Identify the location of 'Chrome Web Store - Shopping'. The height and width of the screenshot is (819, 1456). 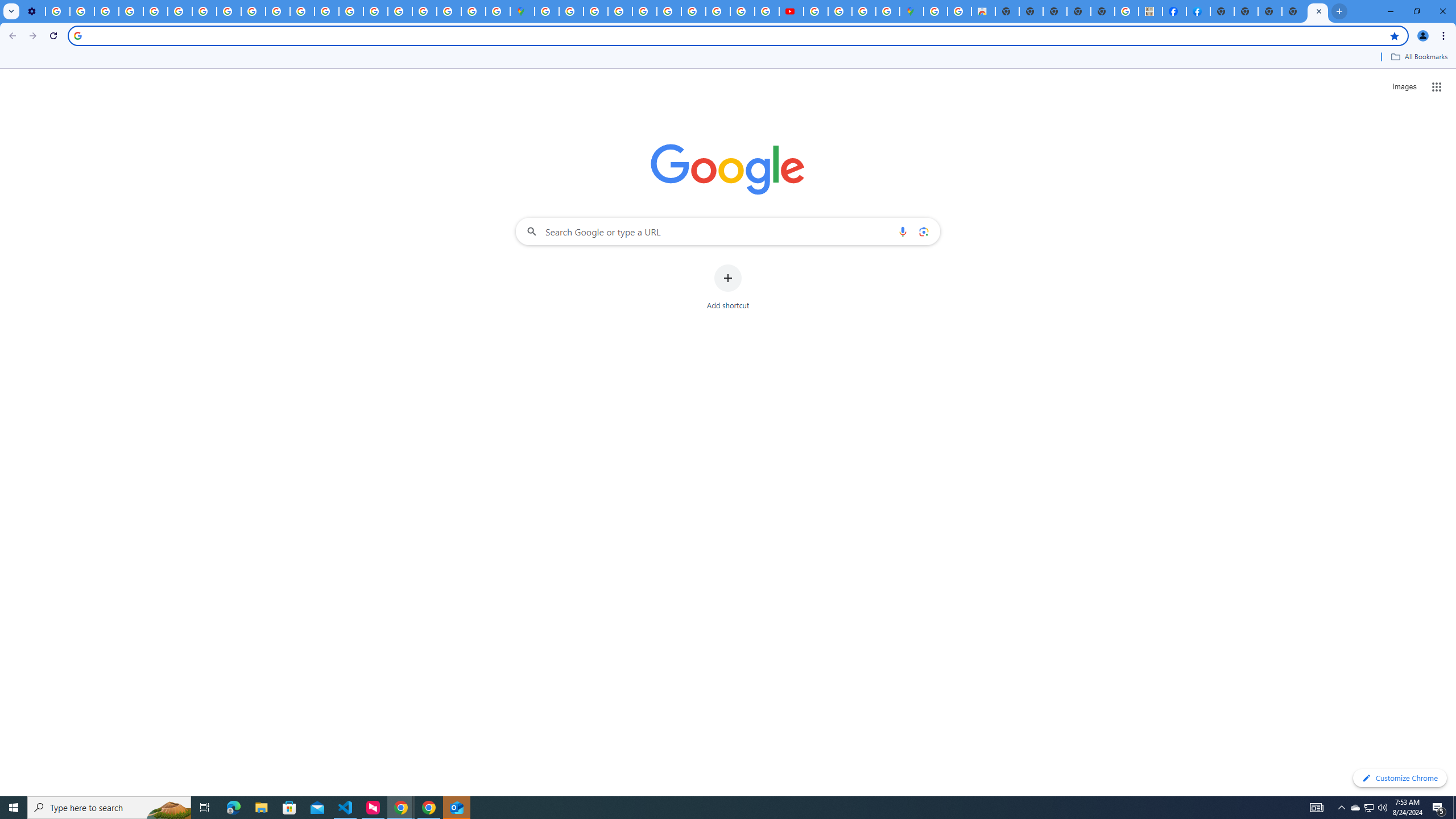
(983, 11).